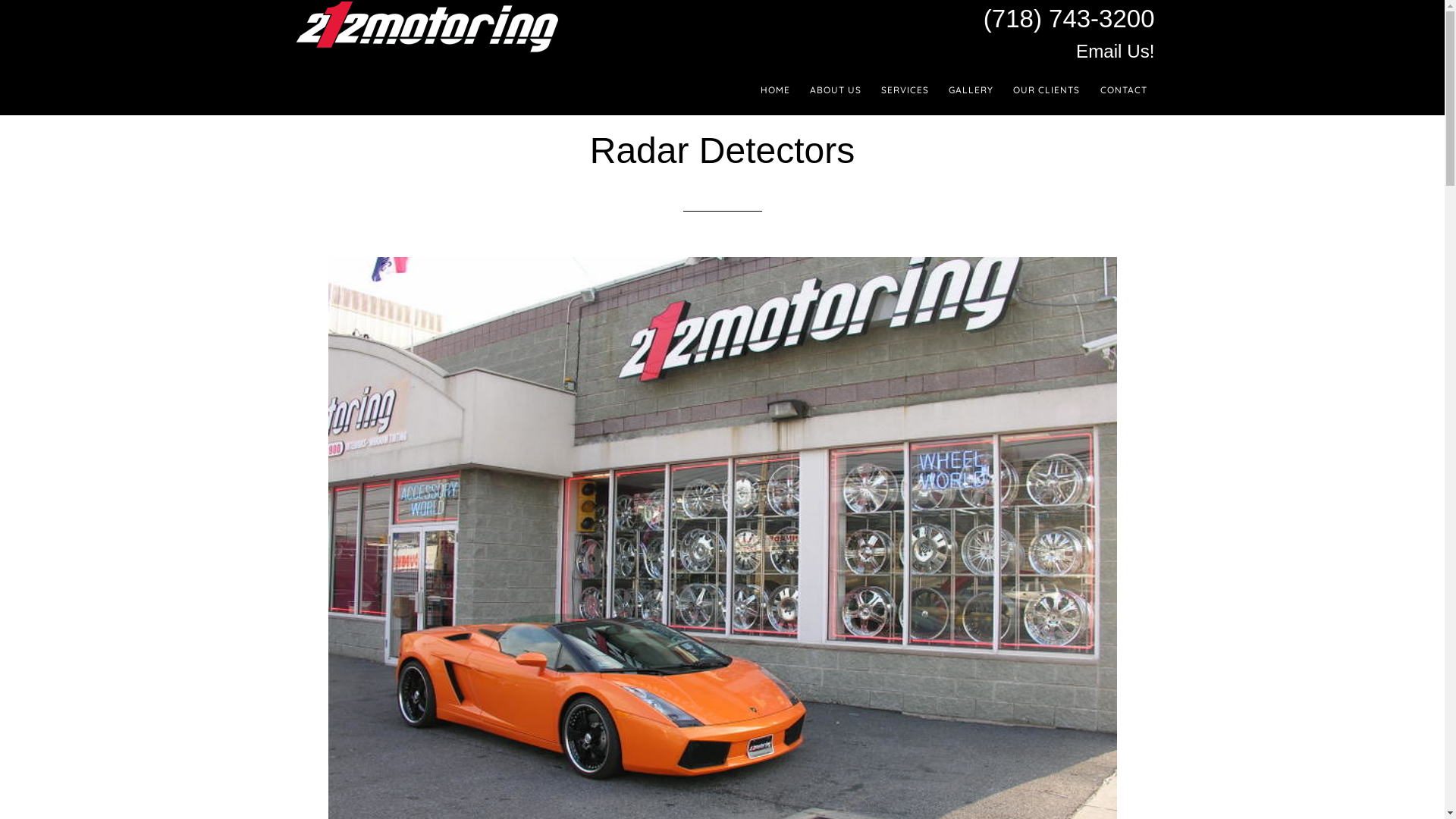 This screenshot has width=1456, height=819. I want to click on '(718) 743-3200', so click(1068, 18).